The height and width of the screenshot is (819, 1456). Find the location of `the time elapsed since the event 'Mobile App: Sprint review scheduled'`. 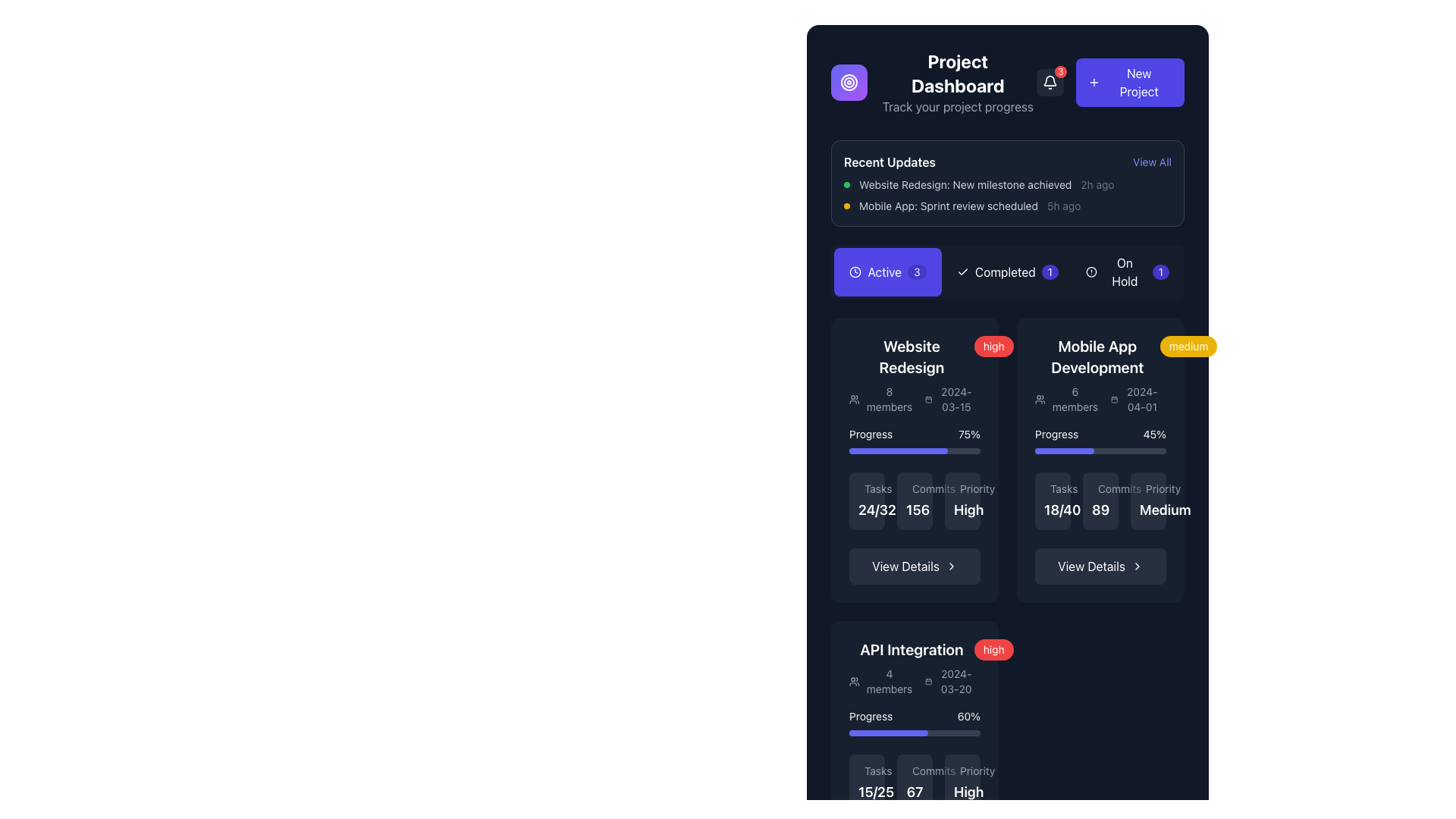

the time elapsed since the event 'Mobile App: Sprint review scheduled' is located at coordinates (1063, 206).